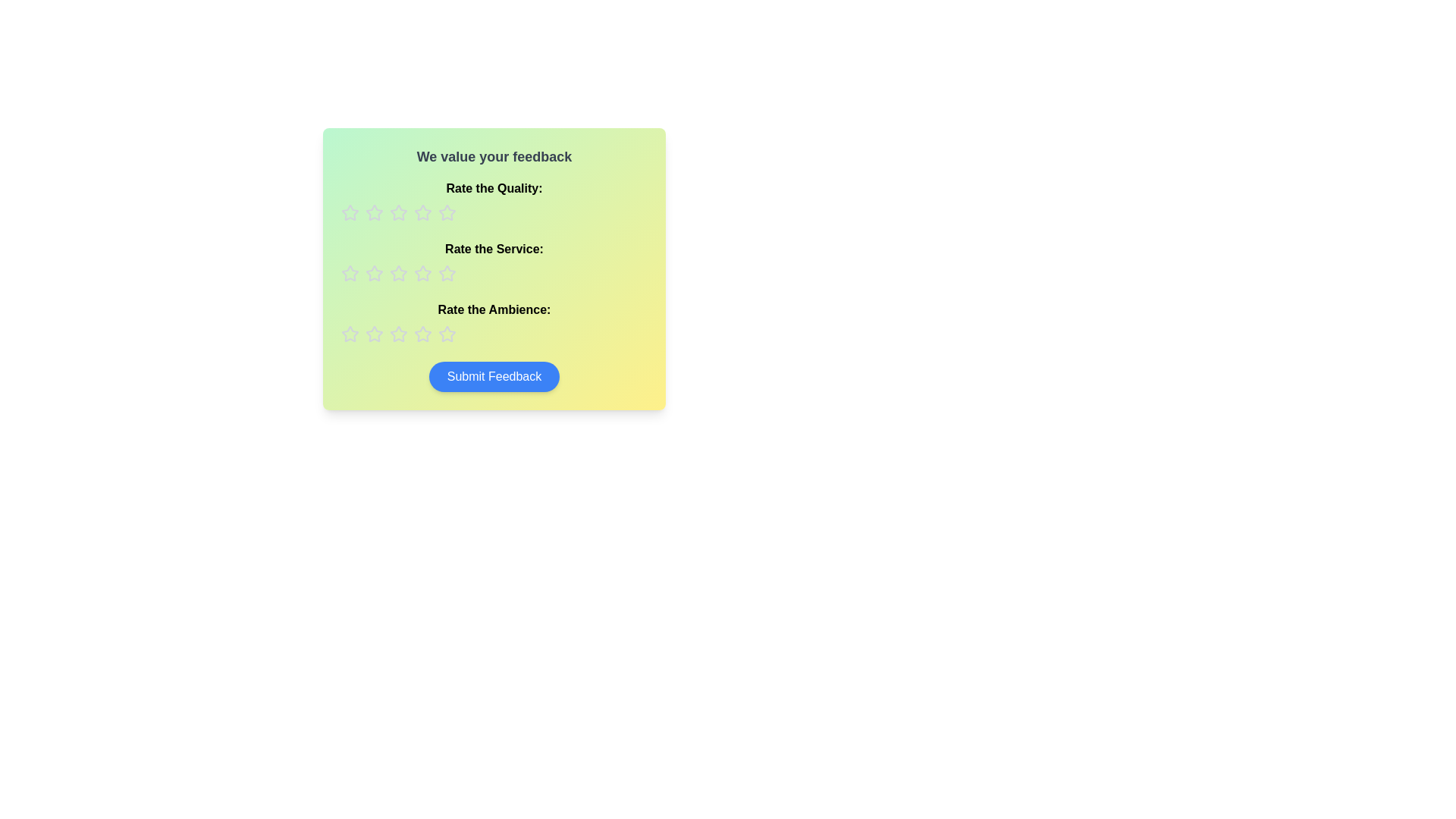  Describe the element at coordinates (494, 200) in the screenshot. I see `the 'Quality' rating title text label, which is the first header in the rating area, positioned beneath 'We value your feedback' and above the rating stars` at that location.